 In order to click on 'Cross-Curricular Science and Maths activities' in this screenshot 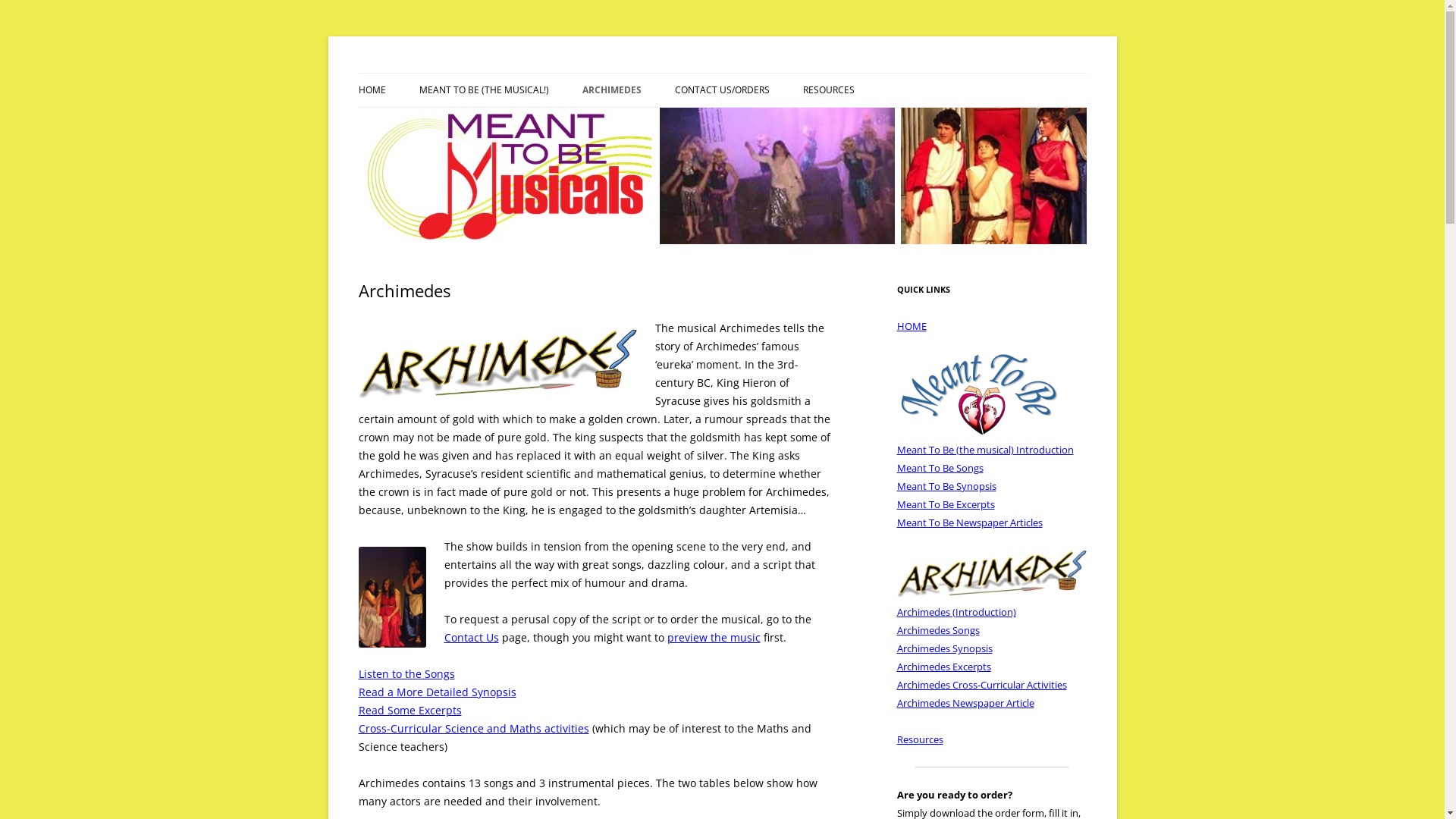, I will do `click(472, 727)`.